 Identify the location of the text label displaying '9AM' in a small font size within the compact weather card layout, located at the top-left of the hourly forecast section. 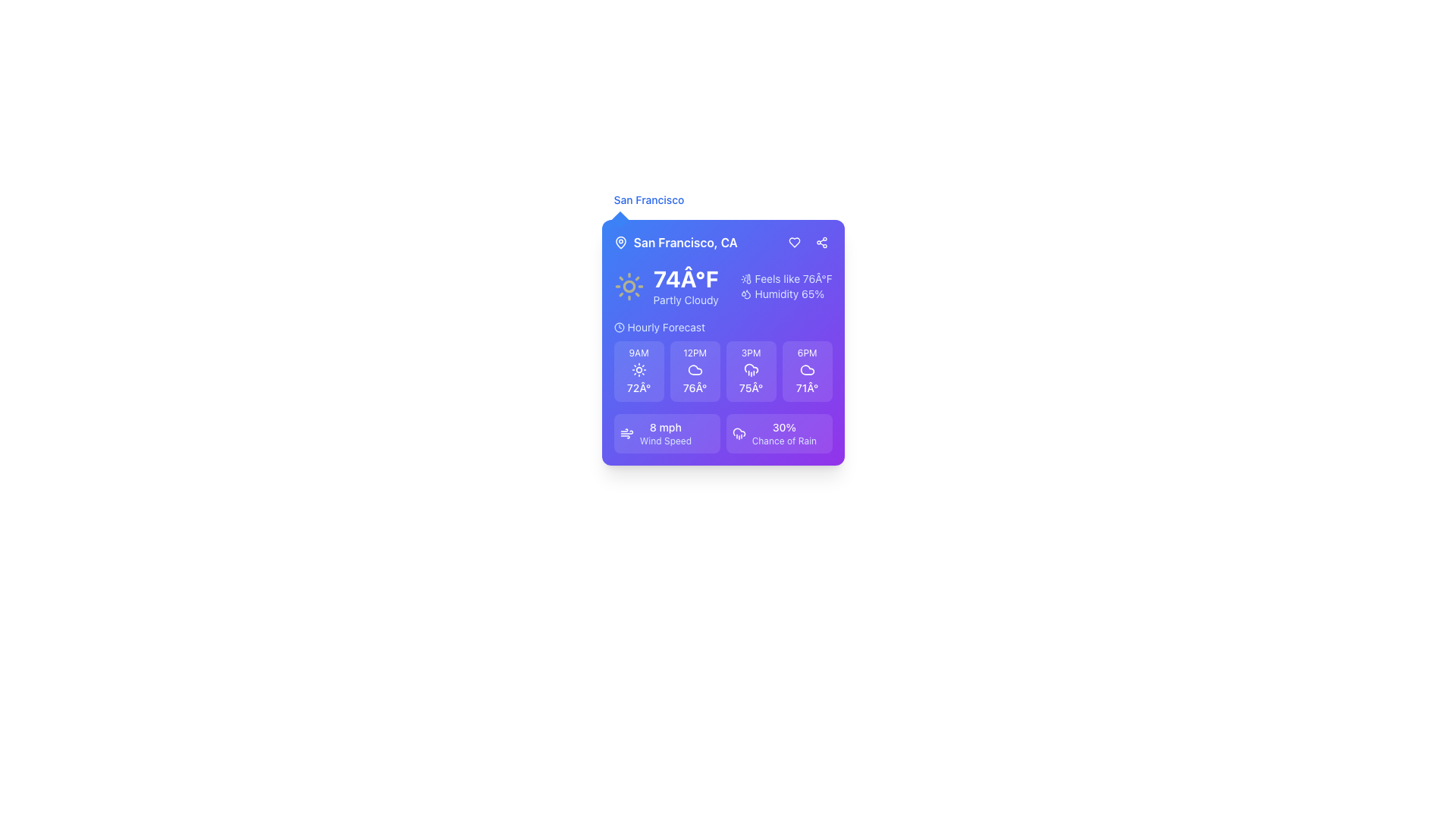
(639, 353).